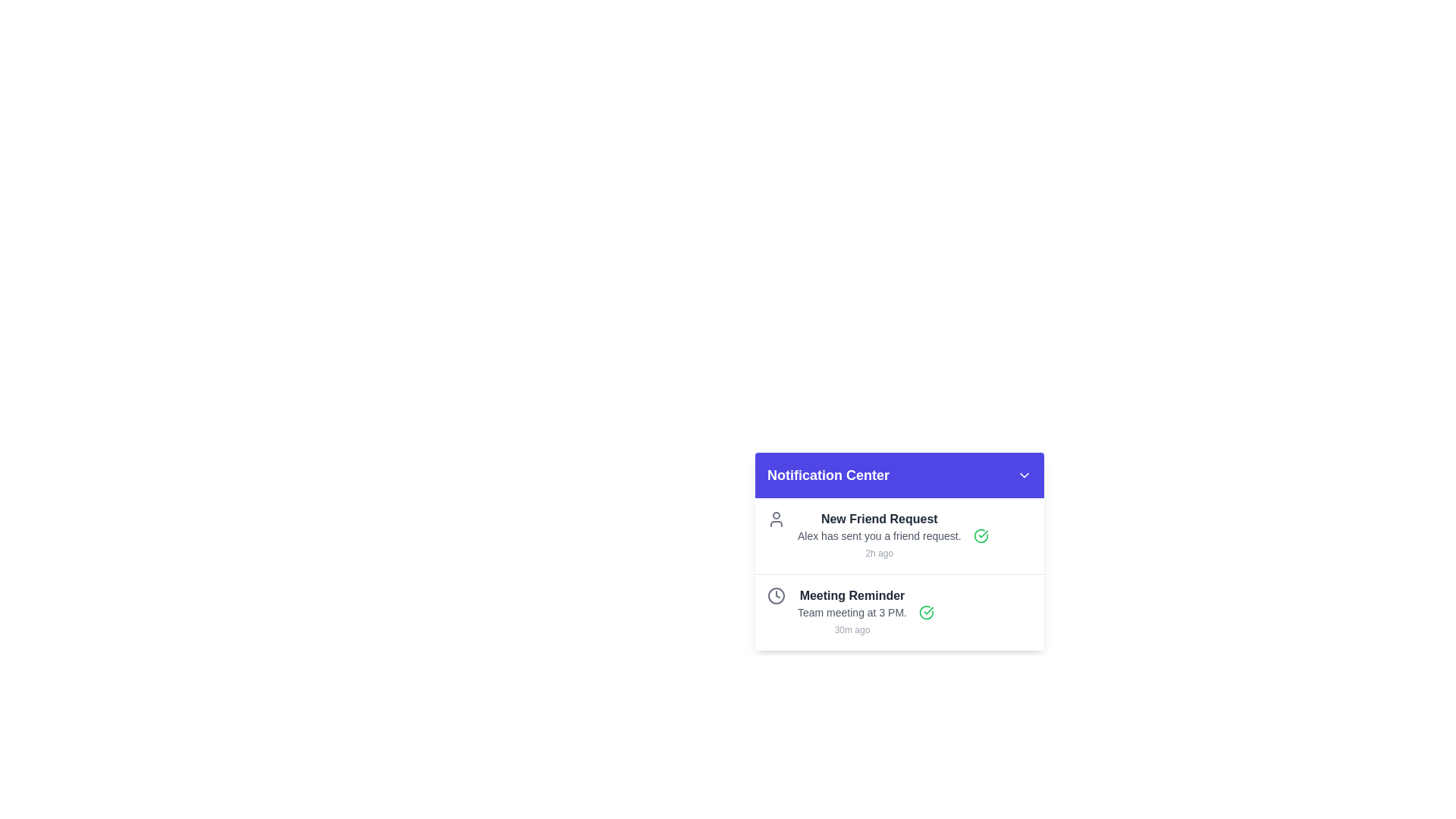 The height and width of the screenshot is (819, 1456). Describe the element at coordinates (879, 535) in the screenshot. I see `the text label that says 'Alex has sent you a friend request.' found in the 'New Friend Request' notification block under the 'Notification Center'` at that location.